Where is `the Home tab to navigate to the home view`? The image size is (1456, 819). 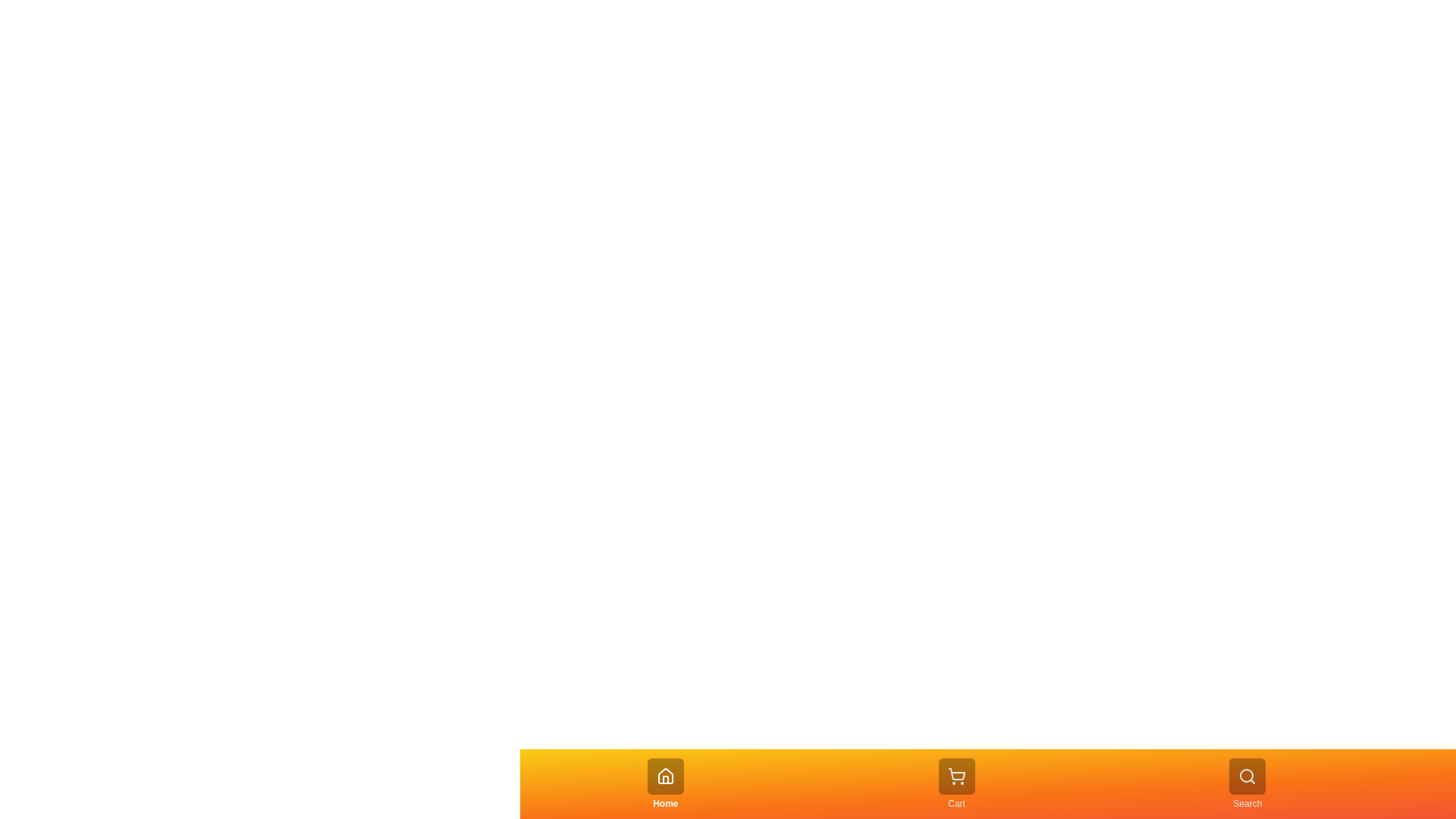
the Home tab to navigate to the home view is located at coordinates (665, 783).